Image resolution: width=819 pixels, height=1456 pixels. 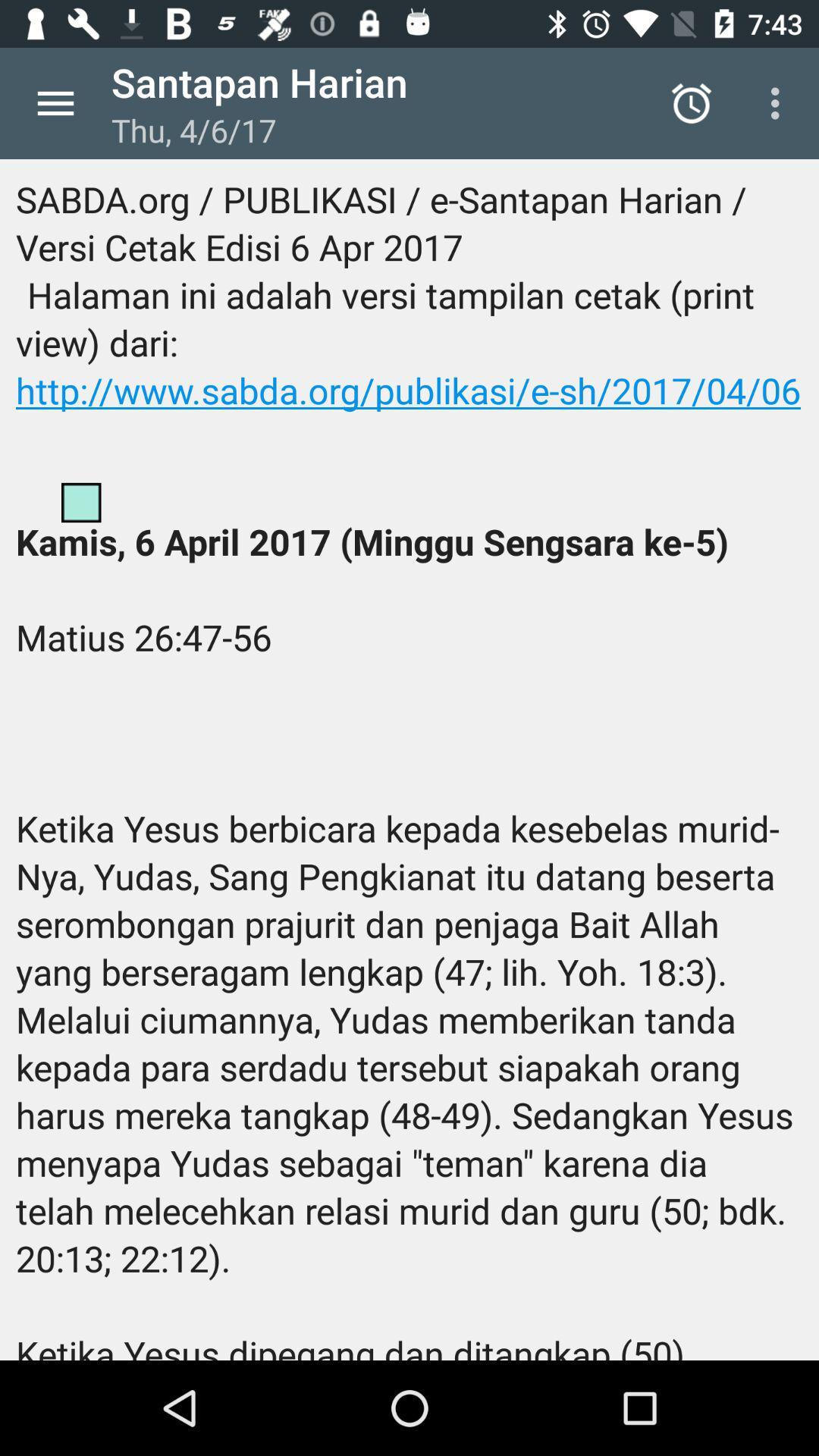 I want to click on sabda org publikasi at the center, so click(x=409, y=760).